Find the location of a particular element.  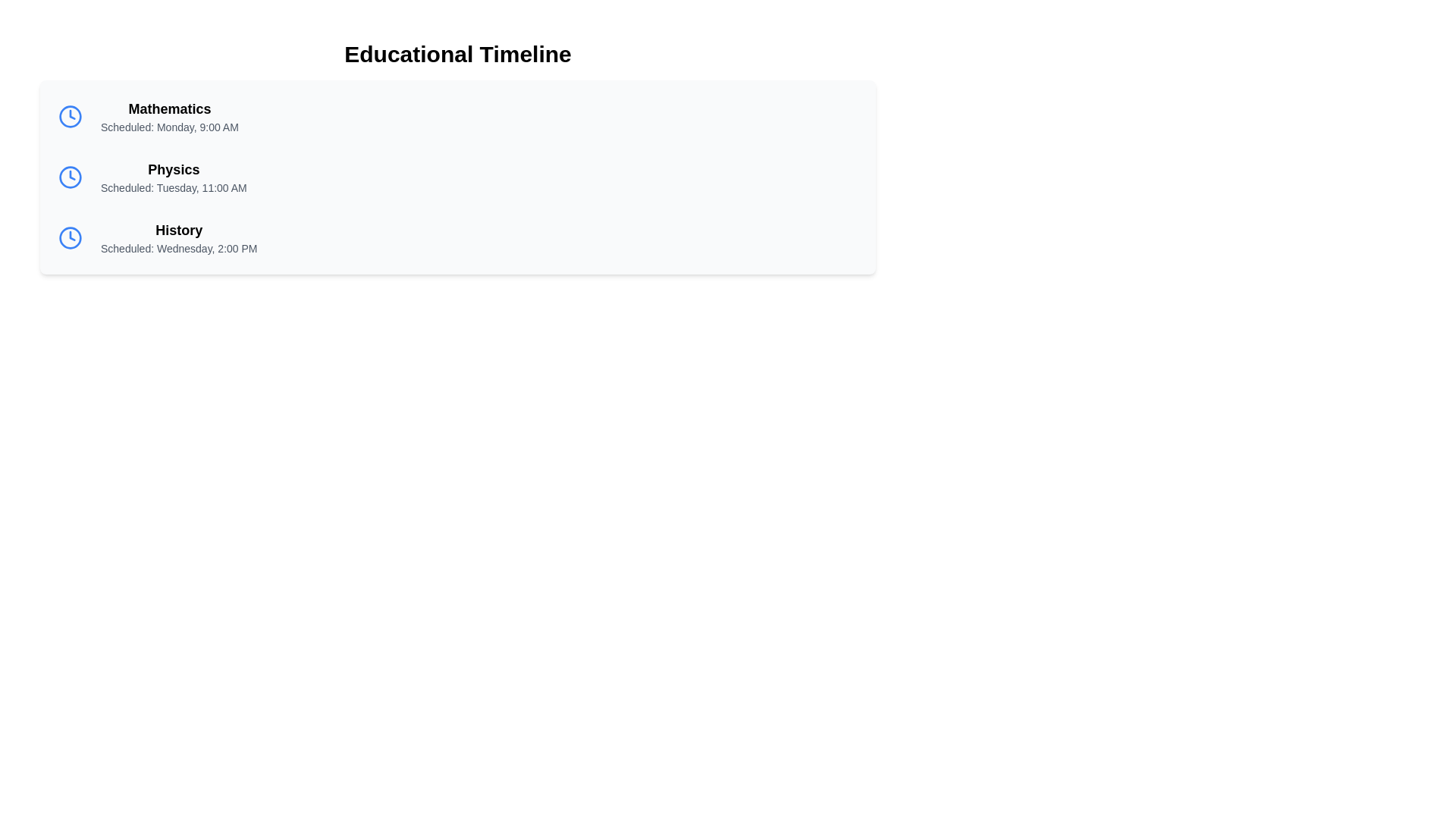

the text label that provides the scheduled timing for the 'Mathematics' event, located below the bold title 'Mathematics' is located at coordinates (169, 127).